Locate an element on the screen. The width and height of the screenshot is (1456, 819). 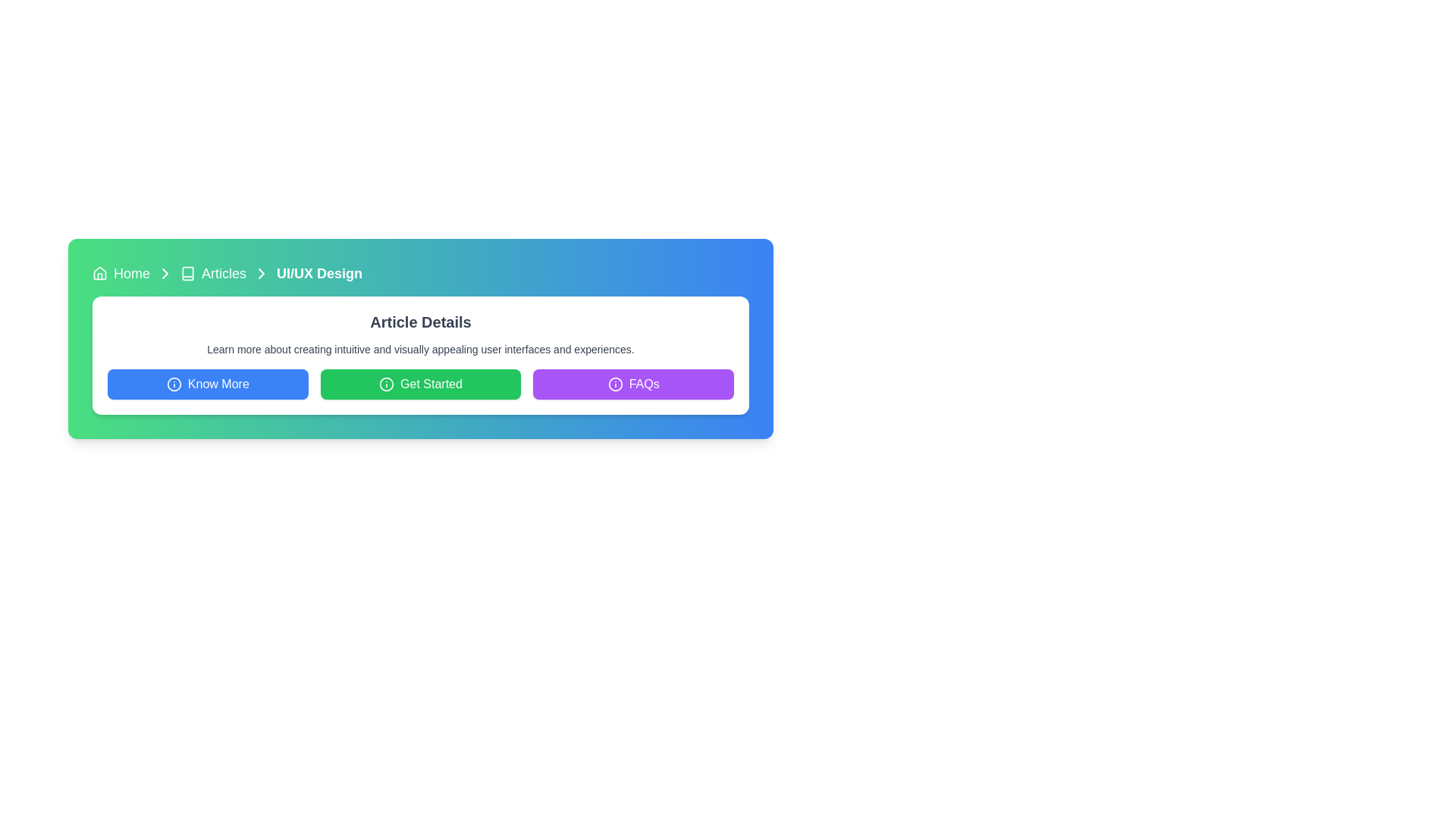
the second button in the horizontal row beneath the 'Article Details' heading is located at coordinates (421, 383).